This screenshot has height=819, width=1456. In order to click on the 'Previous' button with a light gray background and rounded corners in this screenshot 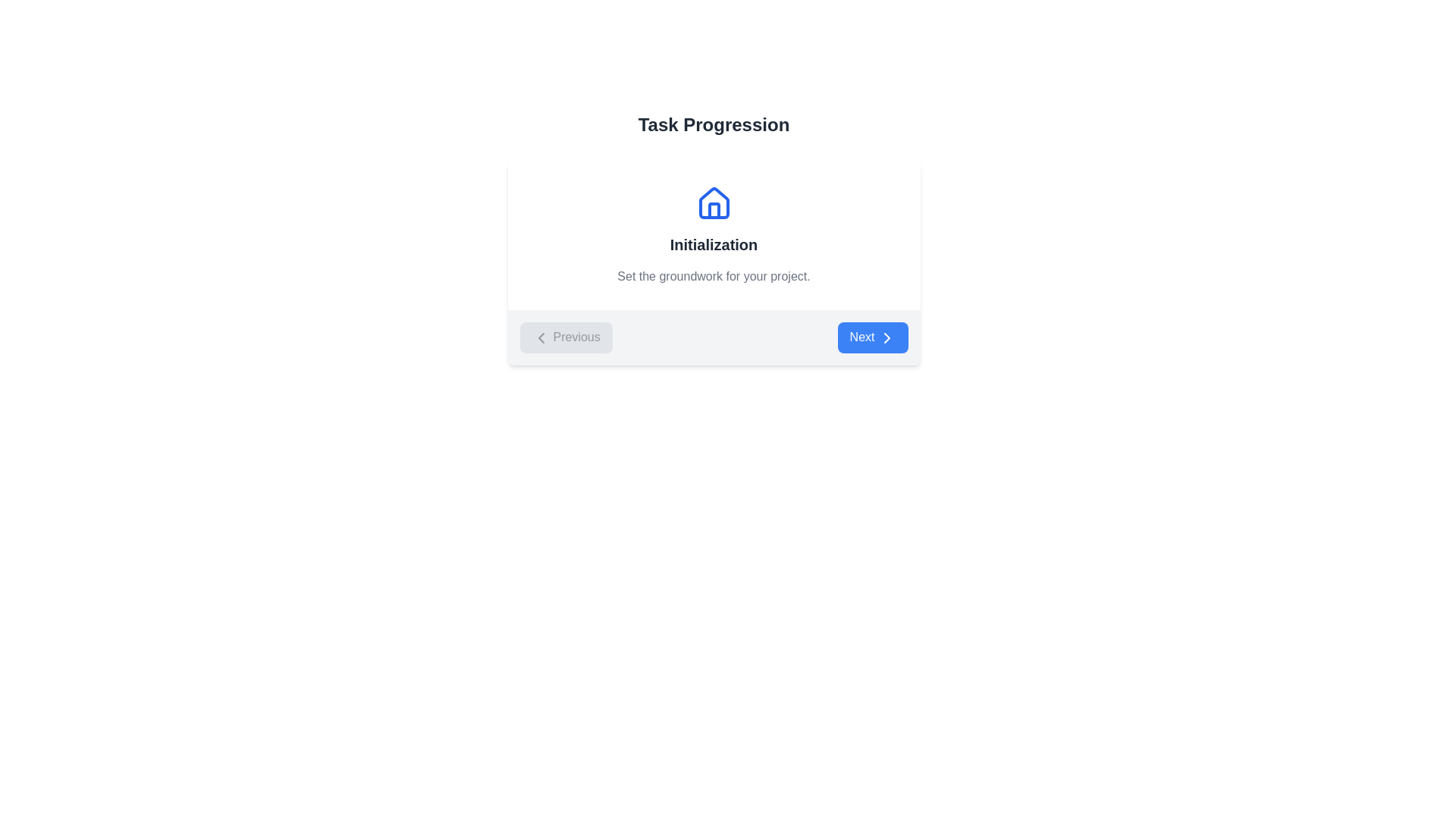, I will do `click(565, 337)`.